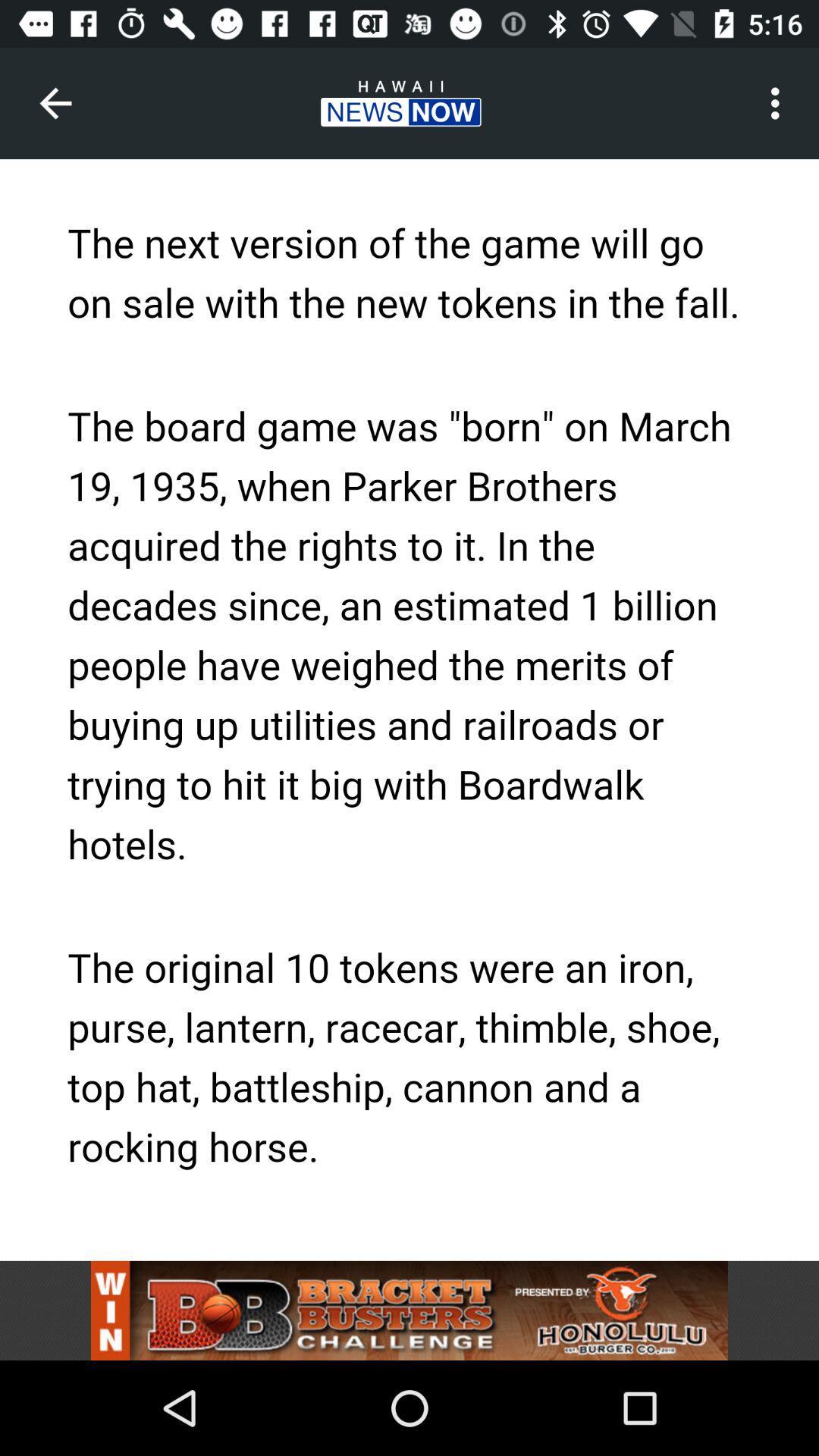 This screenshot has width=819, height=1456. I want to click on clickable advertisement, so click(409, 1310).